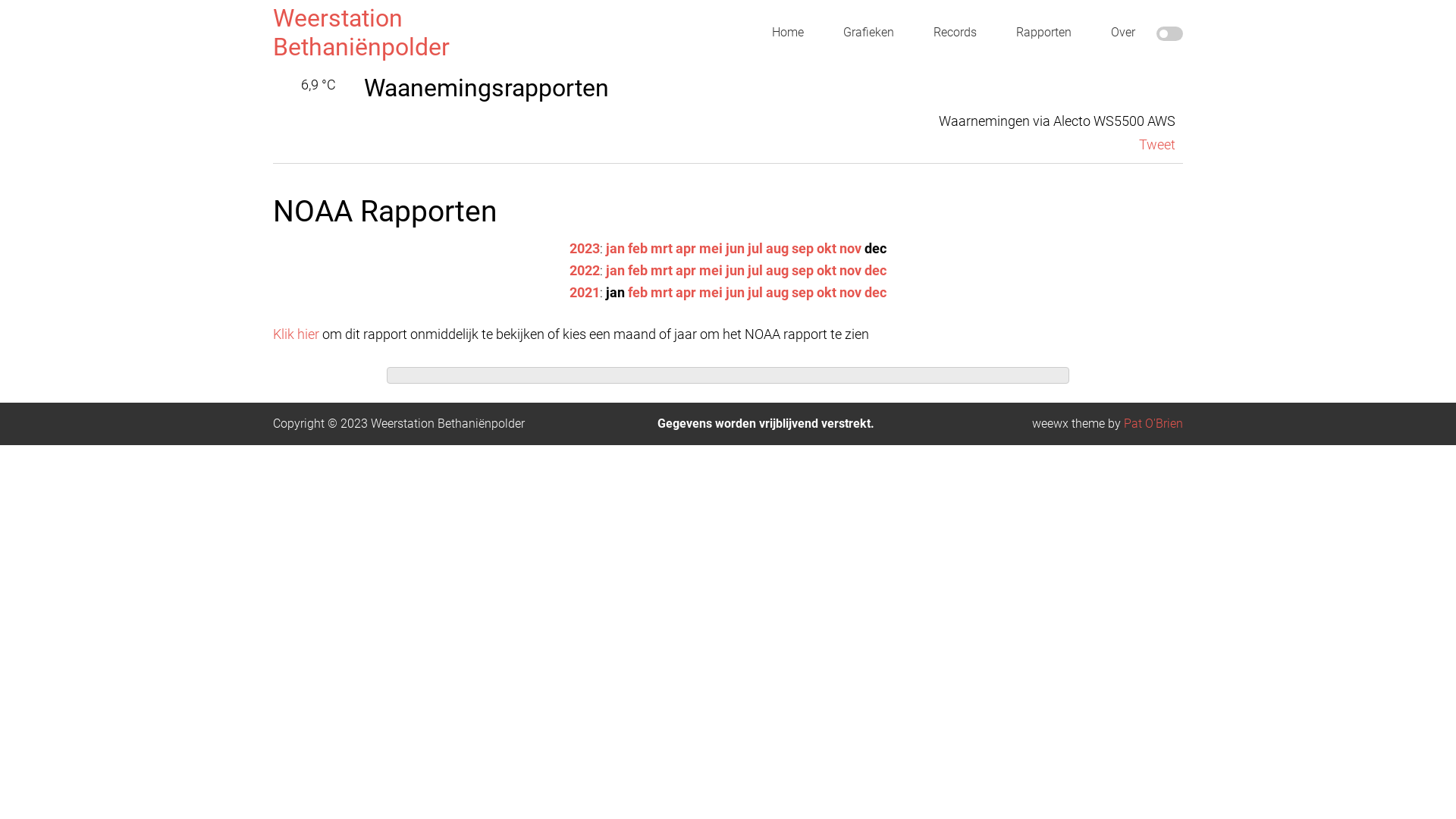 The height and width of the screenshot is (819, 1456). Describe the element at coordinates (802, 292) in the screenshot. I see `'sep'` at that location.